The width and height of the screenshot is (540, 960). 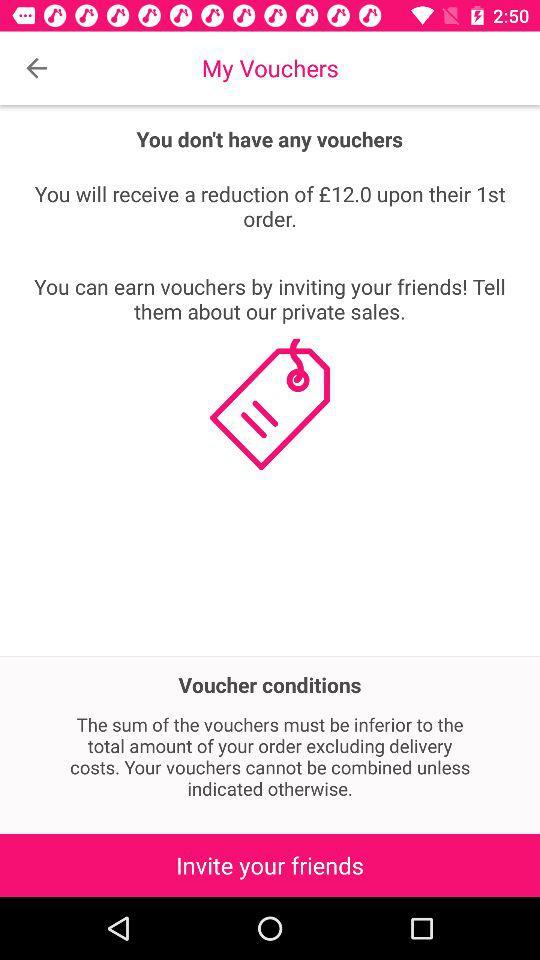 I want to click on the icon at the top left corner, so click(x=36, y=68).